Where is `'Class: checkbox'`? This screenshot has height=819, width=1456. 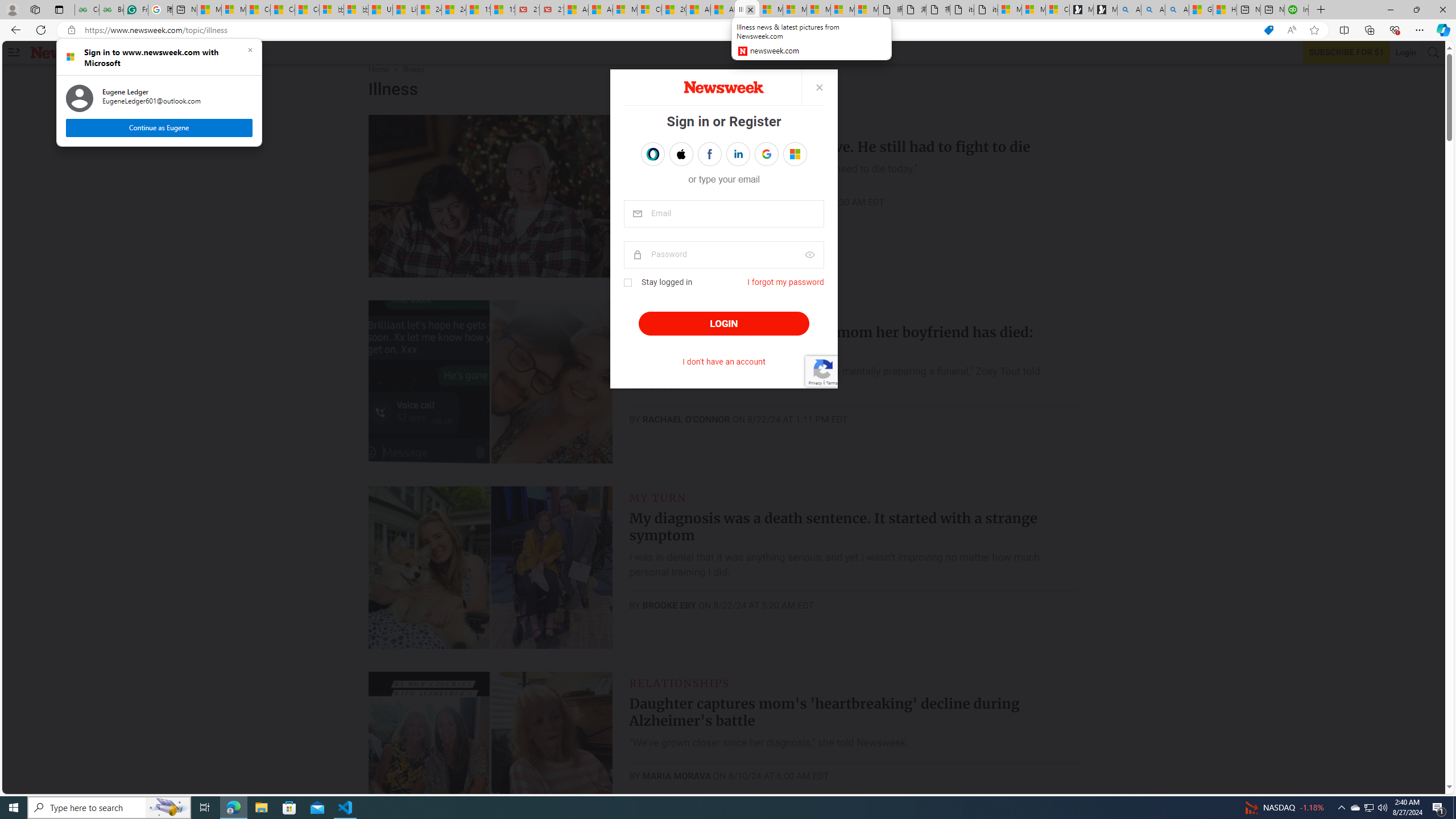
'Class: checkbox' is located at coordinates (627, 283).